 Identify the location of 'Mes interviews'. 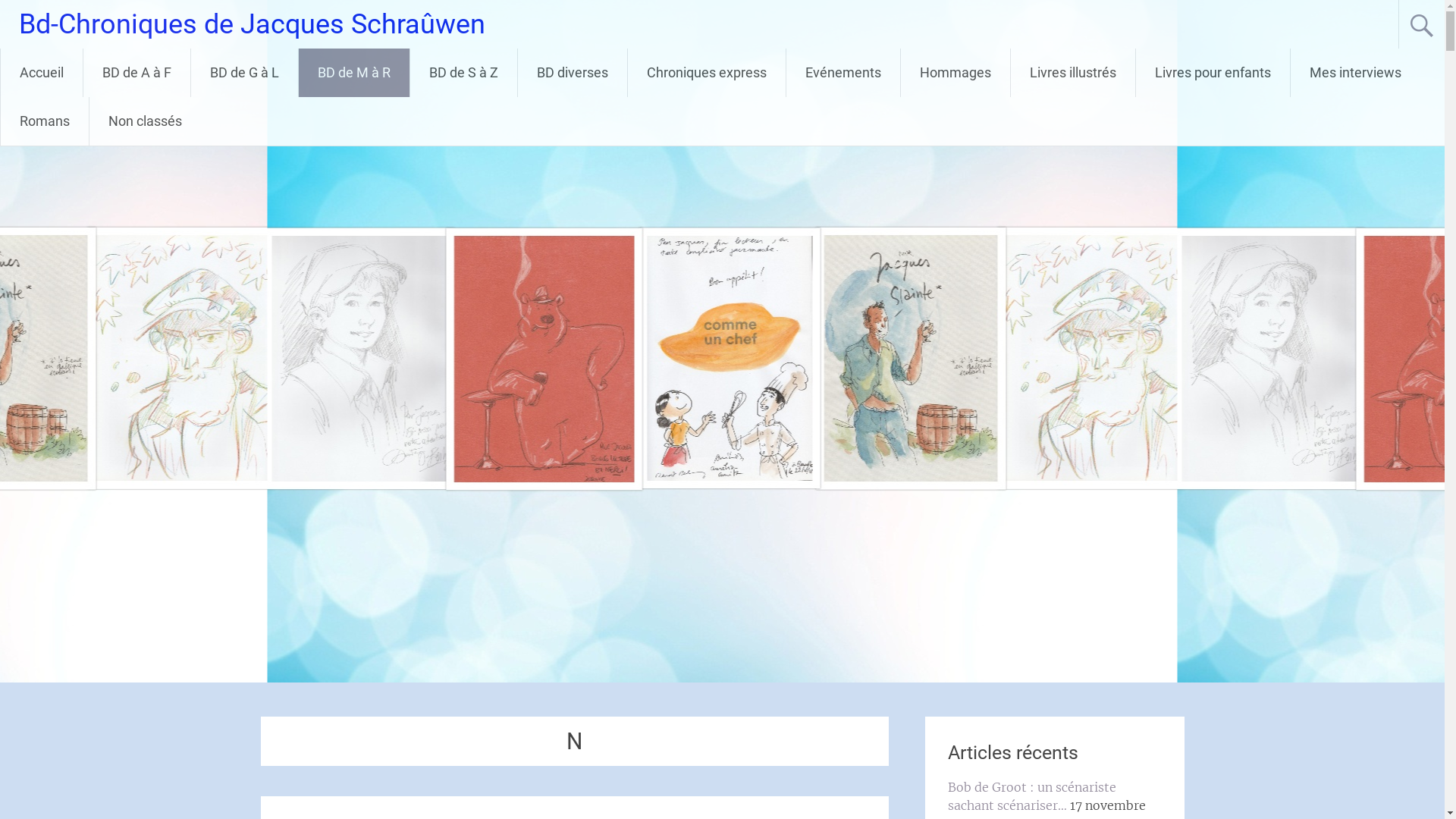
(1290, 73).